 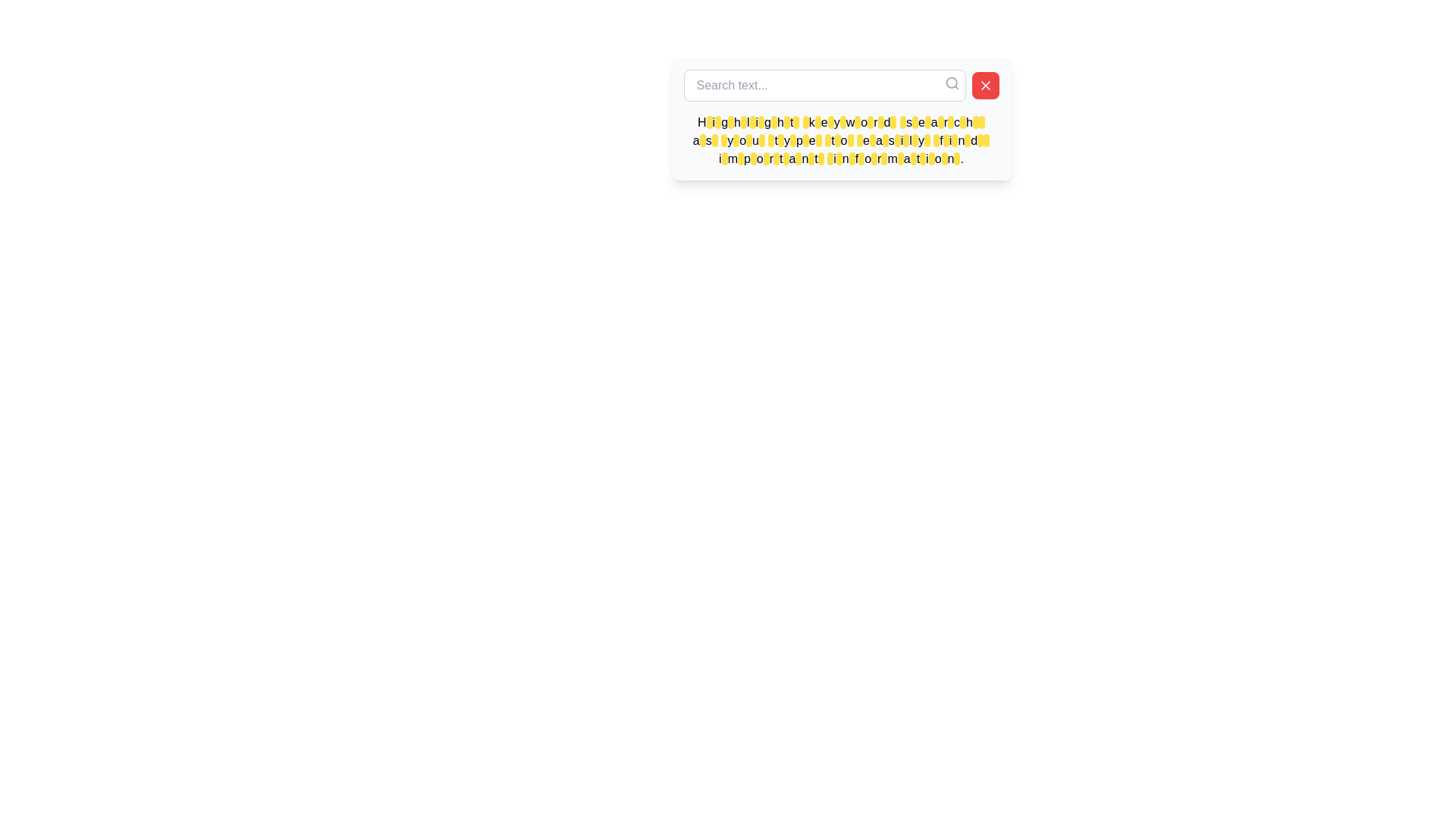 I want to click on the highlight box that emphasizes the part 'ant' in the word 'important' in the instructional text, which is the sixth highlighted element in the last line, so click(x=786, y=158).